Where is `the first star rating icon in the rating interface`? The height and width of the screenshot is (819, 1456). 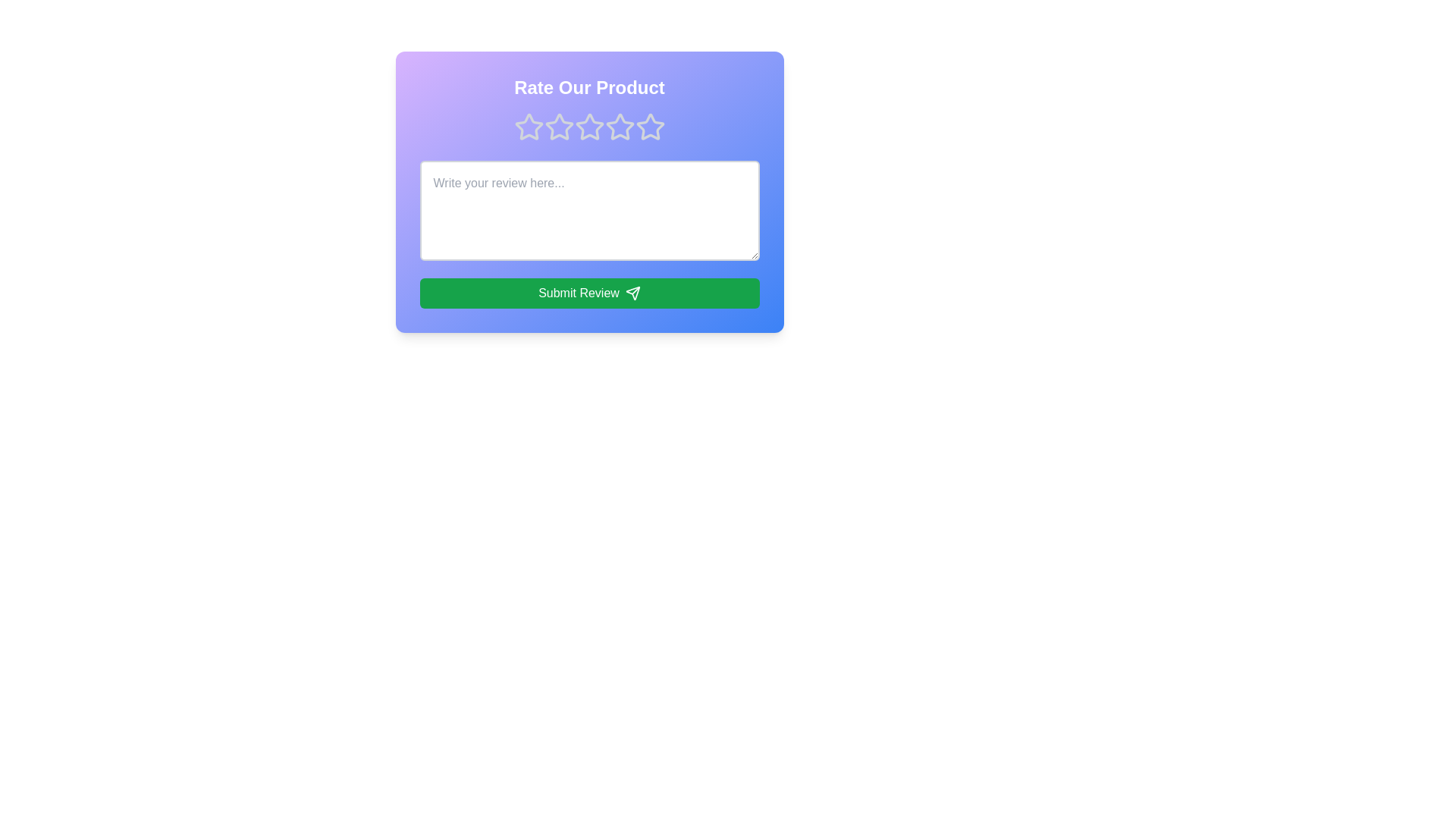
the first star rating icon in the rating interface is located at coordinates (529, 126).